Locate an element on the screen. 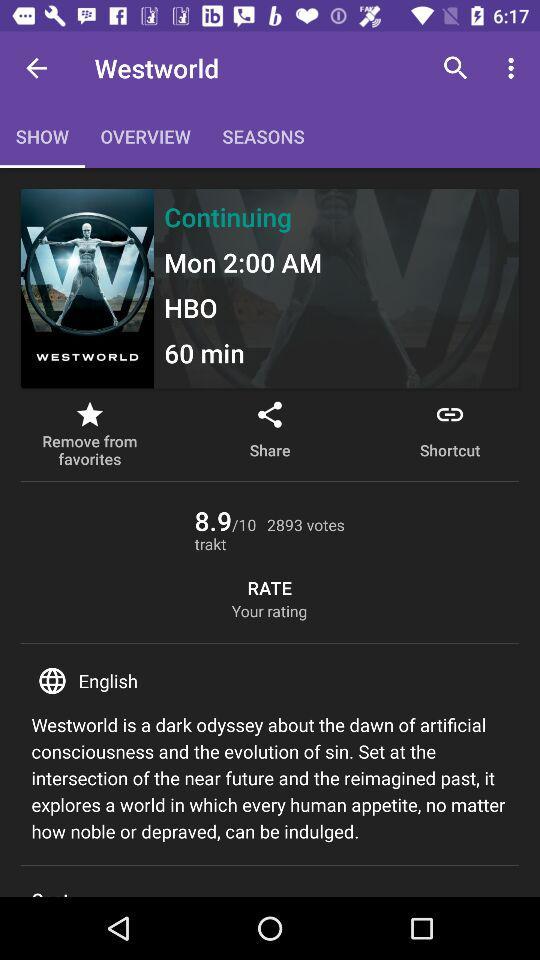  the content right to the westworld poster is located at coordinates (336, 287).